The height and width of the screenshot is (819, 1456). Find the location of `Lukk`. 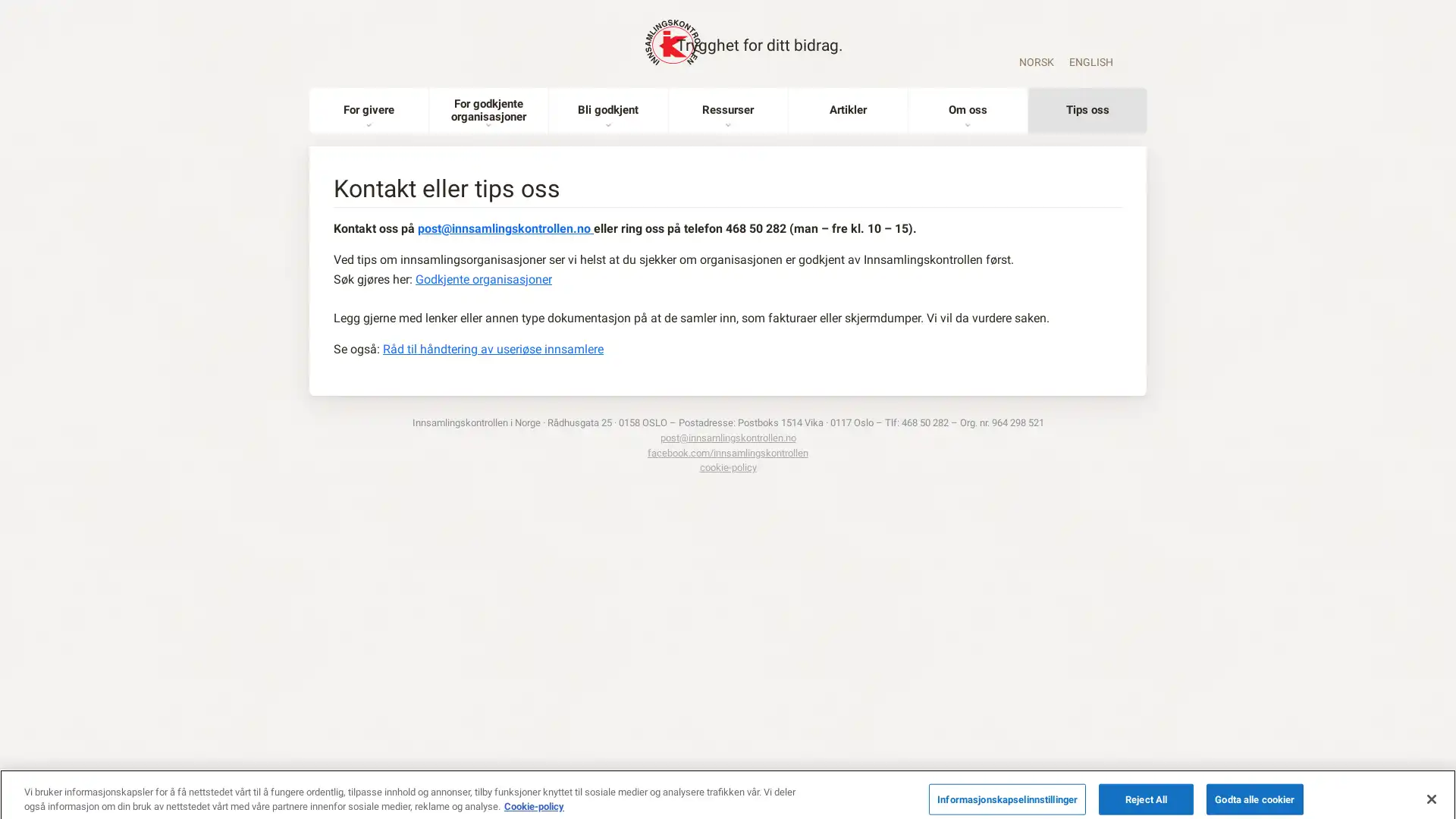

Lukk is located at coordinates (1430, 785).